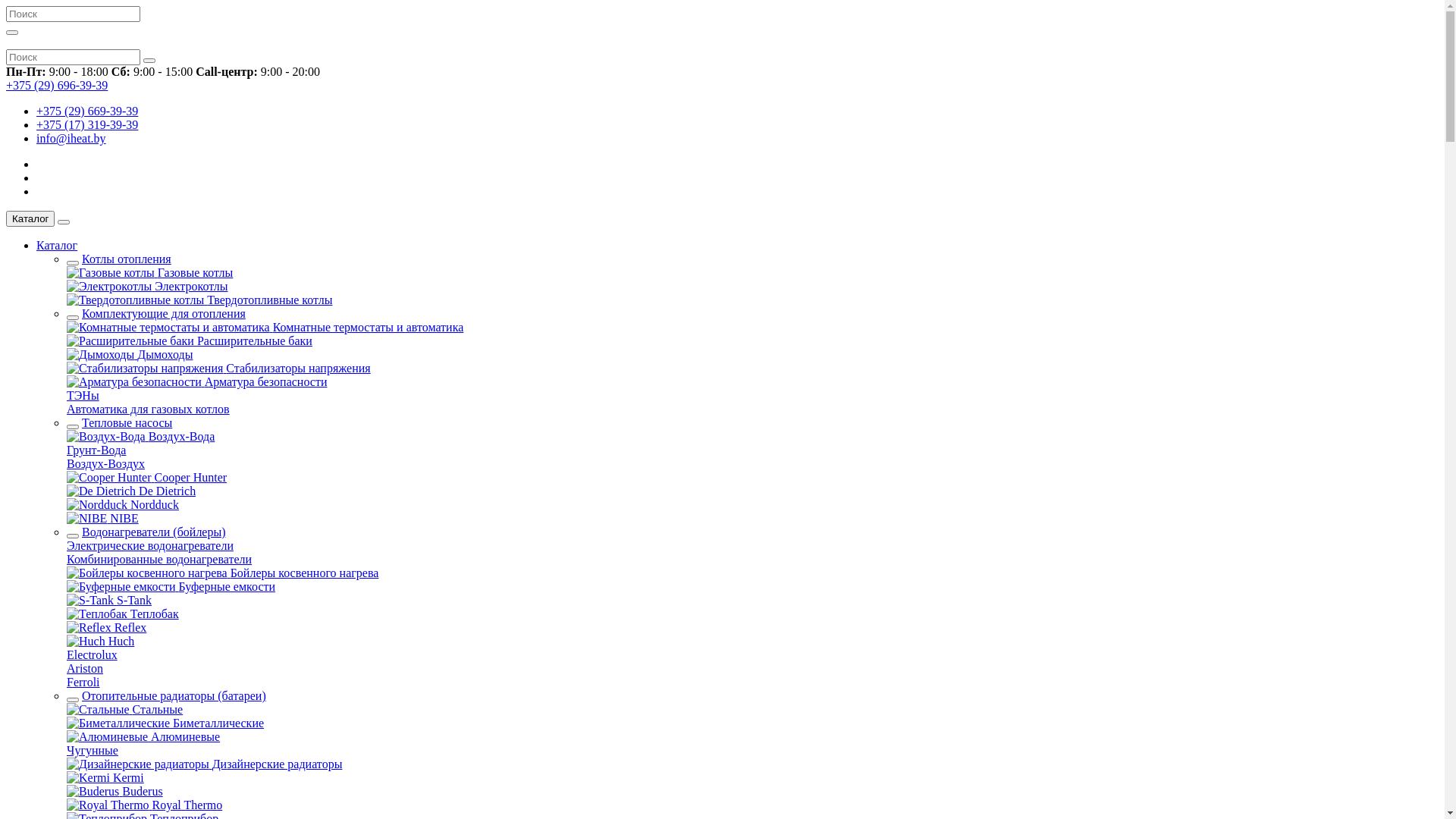  Describe the element at coordinates (105, 627) in the screenshot. I see `'Reflex'` at that location.